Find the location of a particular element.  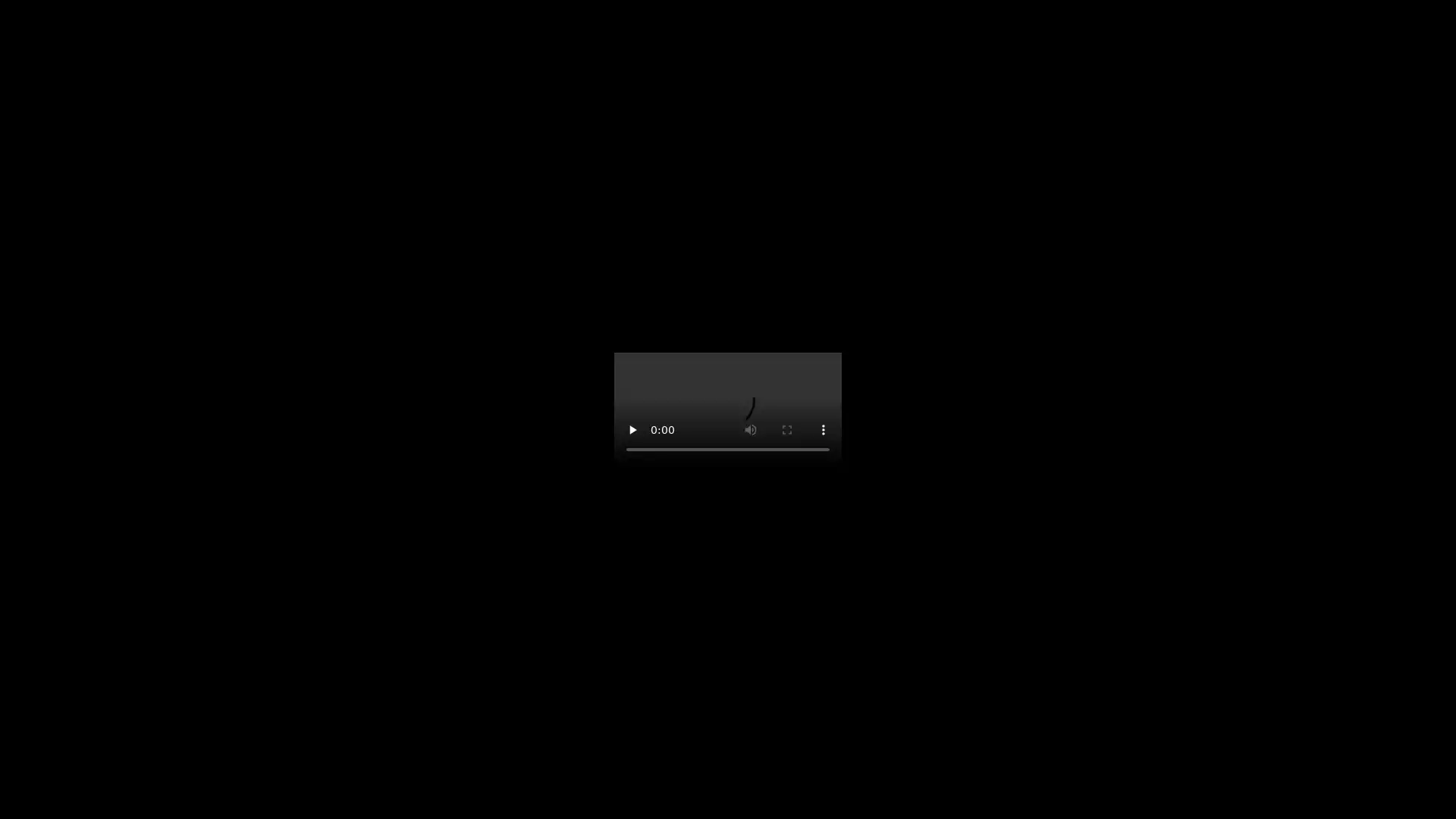

show more media controls is located at coordinates (822, 430).